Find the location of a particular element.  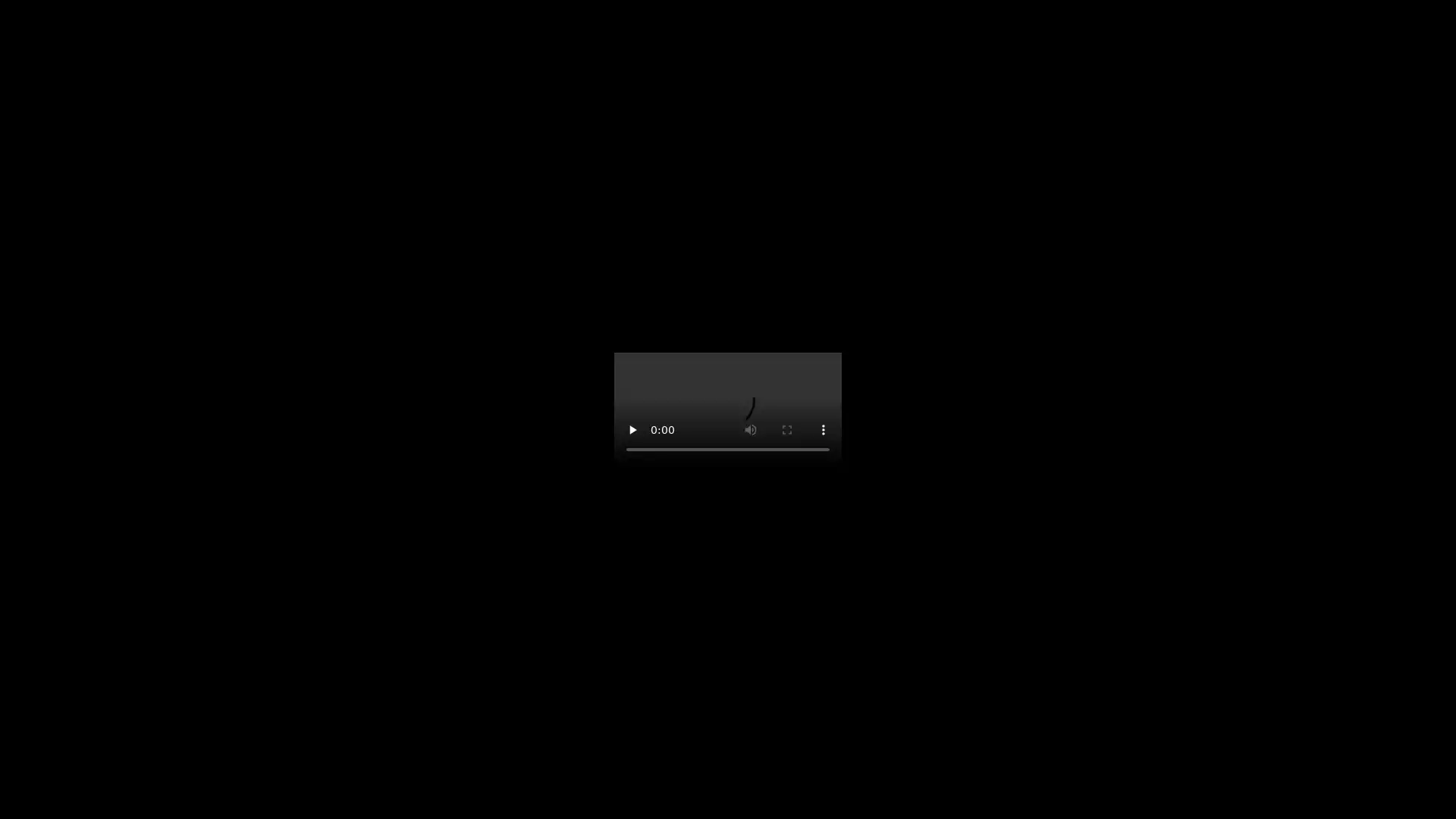

show more media controls is located at coordinates (822, 430).